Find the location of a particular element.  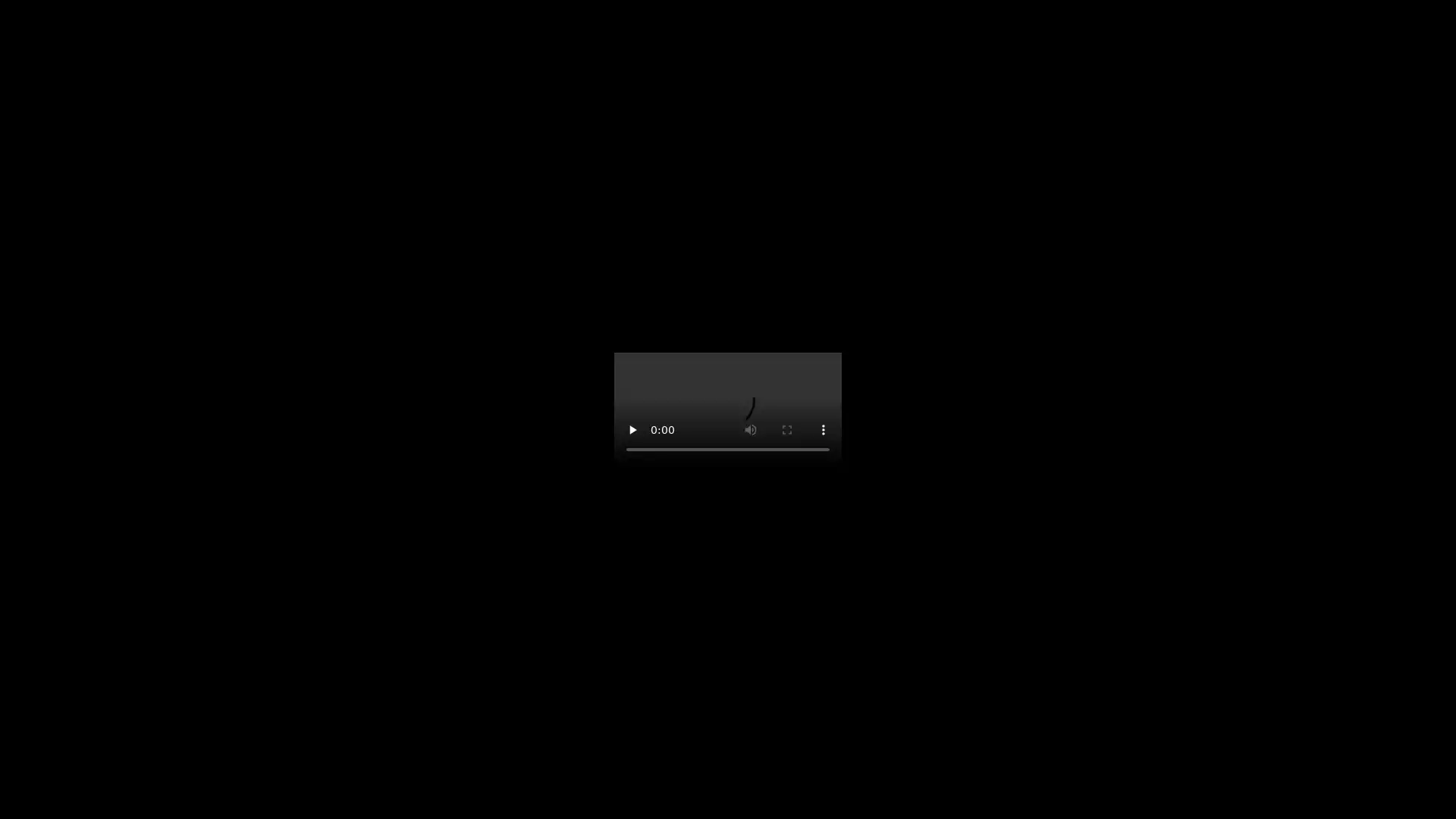

show more media controls is located at coordinates (822, 430).